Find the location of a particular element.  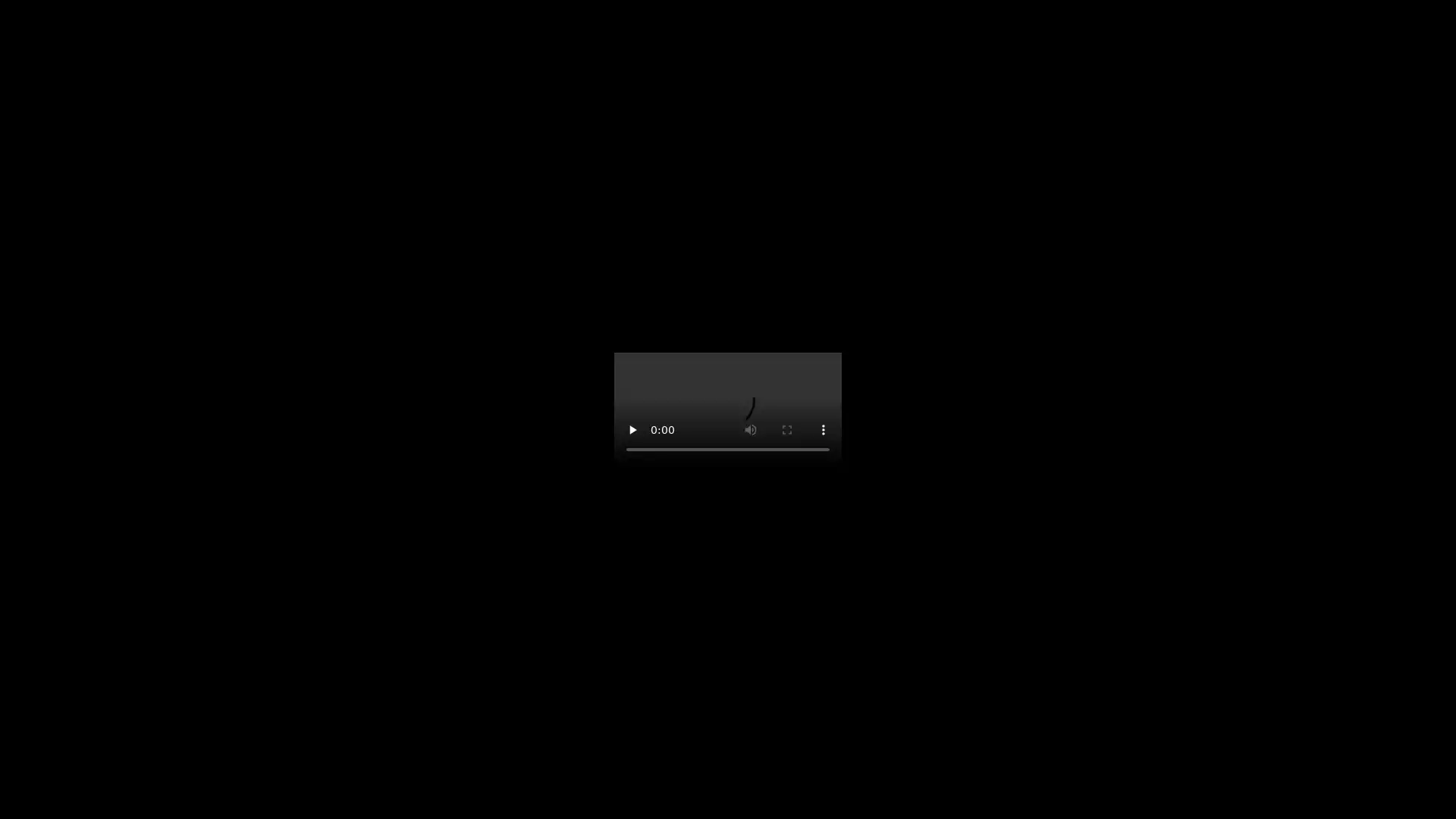

show more media controls is located at coordinates (822, 430).